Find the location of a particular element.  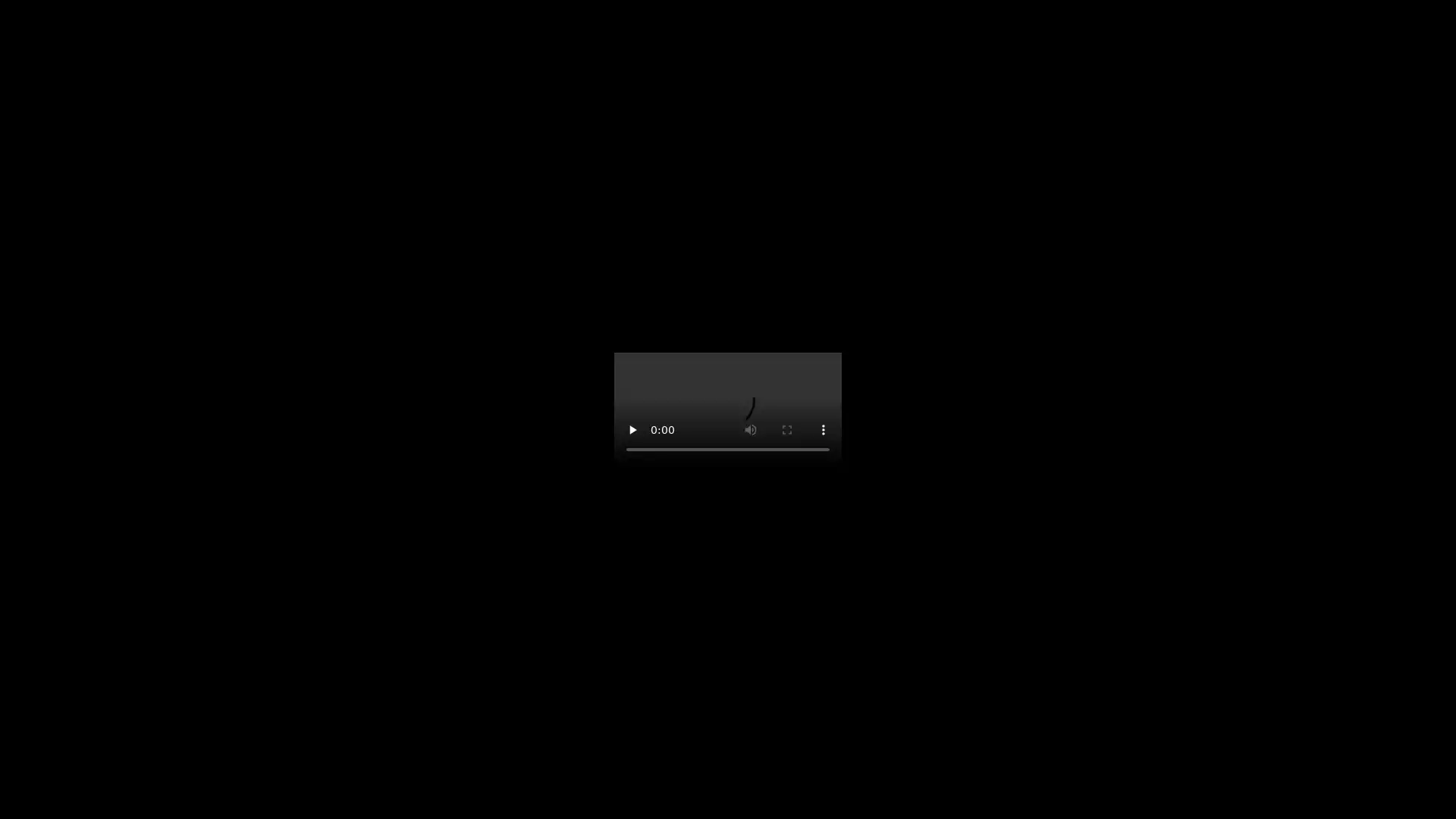

show more media controls is located at coordinates (822, 430).